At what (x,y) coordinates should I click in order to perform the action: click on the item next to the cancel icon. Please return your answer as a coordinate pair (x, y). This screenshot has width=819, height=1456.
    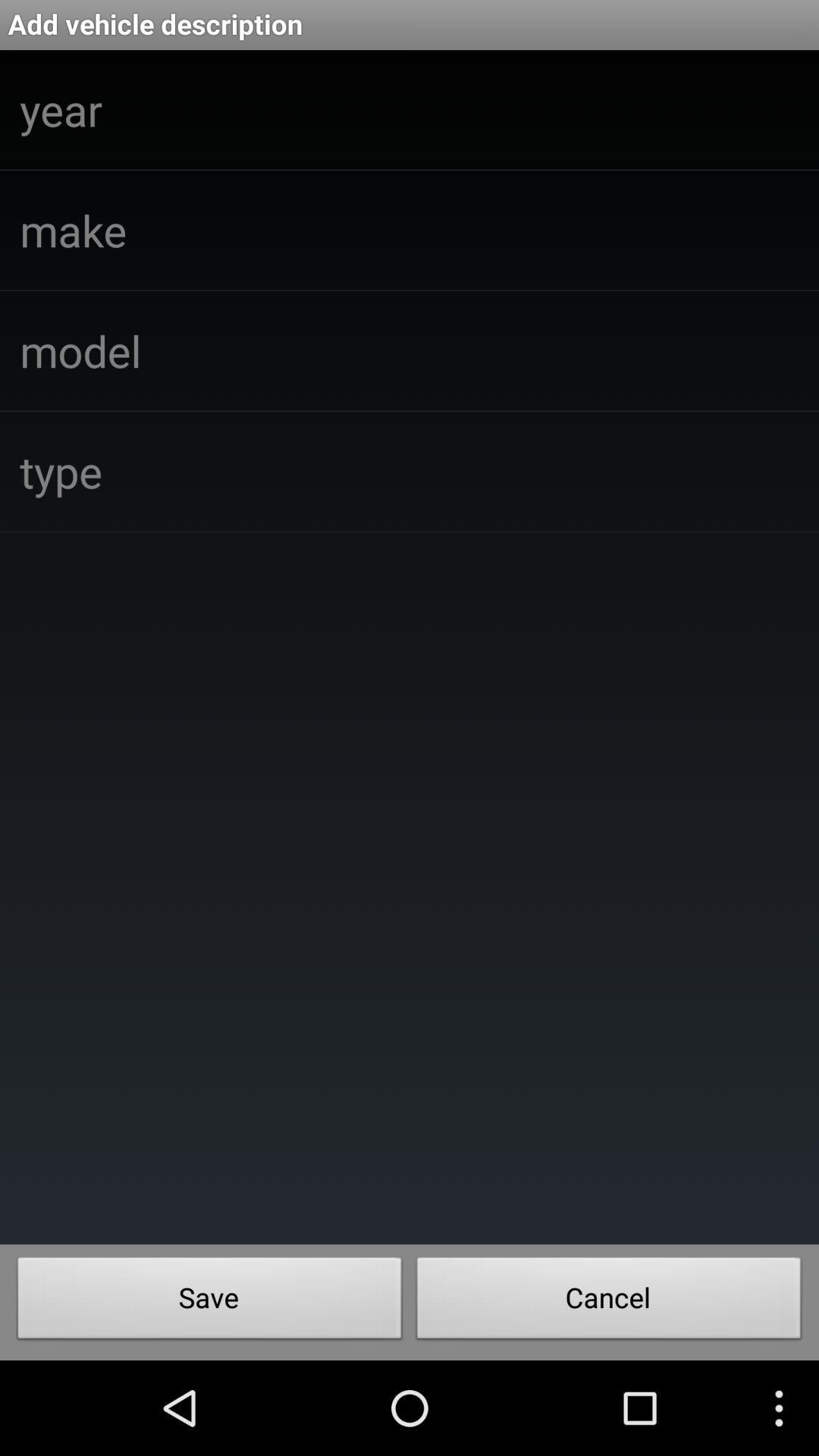
    Looking at the image, I should click on (209, 1301).